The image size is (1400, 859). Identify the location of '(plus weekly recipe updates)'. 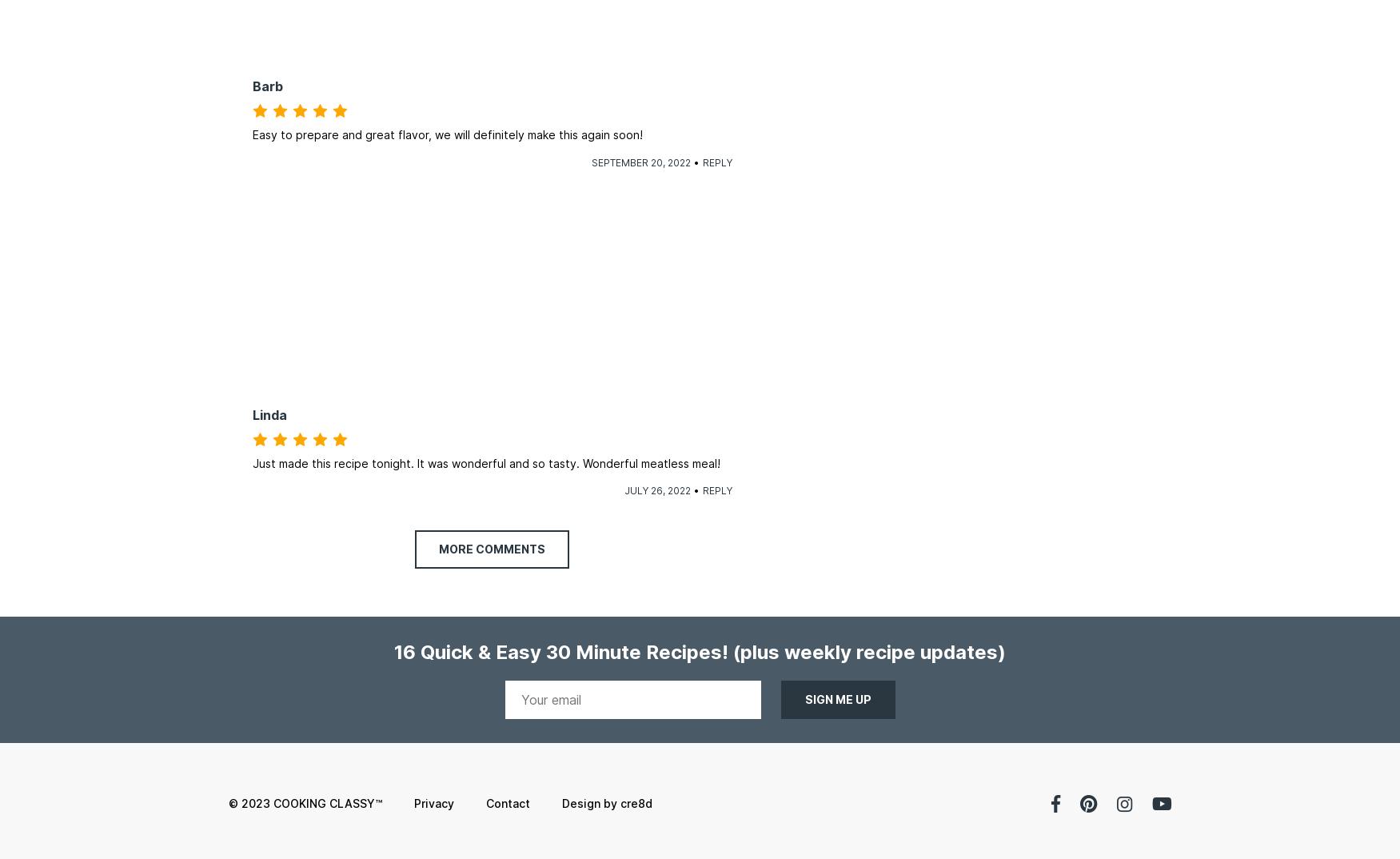
(869, 652).